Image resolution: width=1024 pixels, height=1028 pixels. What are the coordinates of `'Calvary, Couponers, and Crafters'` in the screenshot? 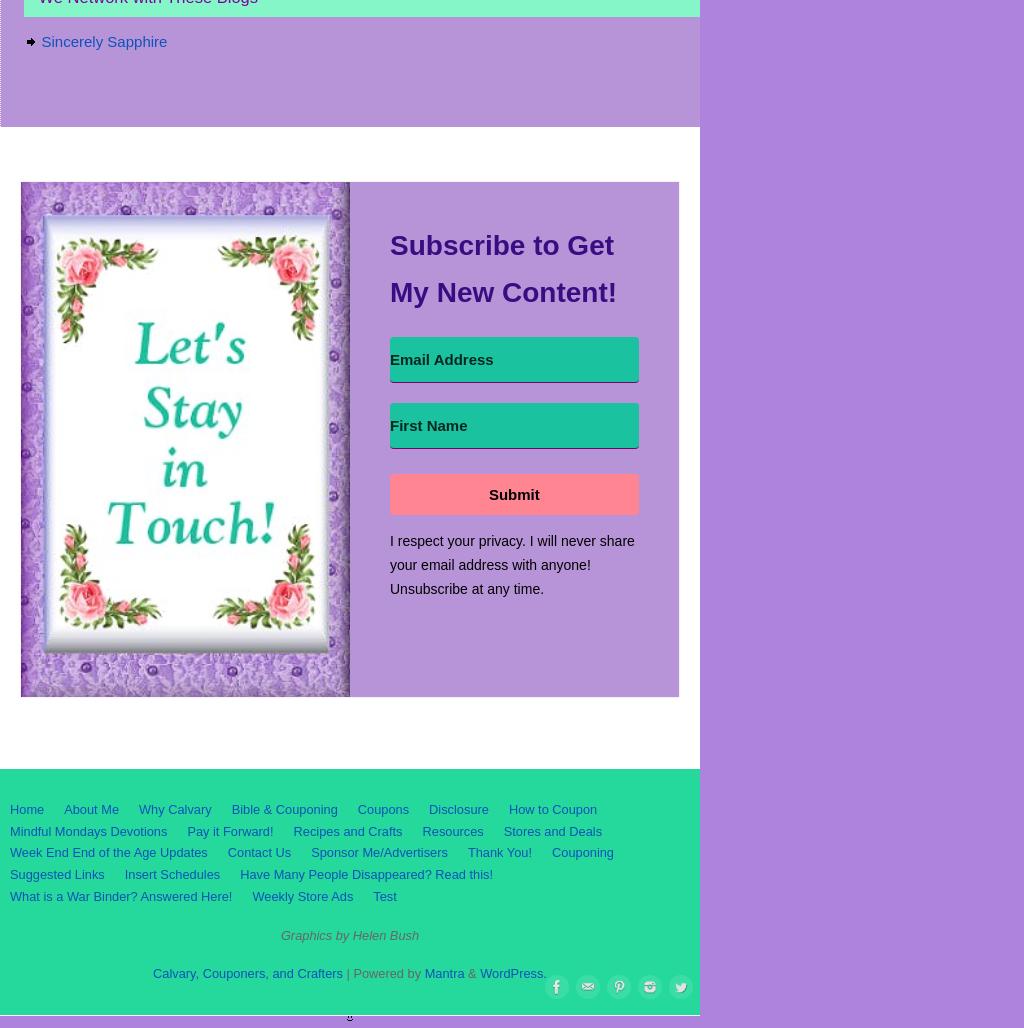 It's located at (246, 972).